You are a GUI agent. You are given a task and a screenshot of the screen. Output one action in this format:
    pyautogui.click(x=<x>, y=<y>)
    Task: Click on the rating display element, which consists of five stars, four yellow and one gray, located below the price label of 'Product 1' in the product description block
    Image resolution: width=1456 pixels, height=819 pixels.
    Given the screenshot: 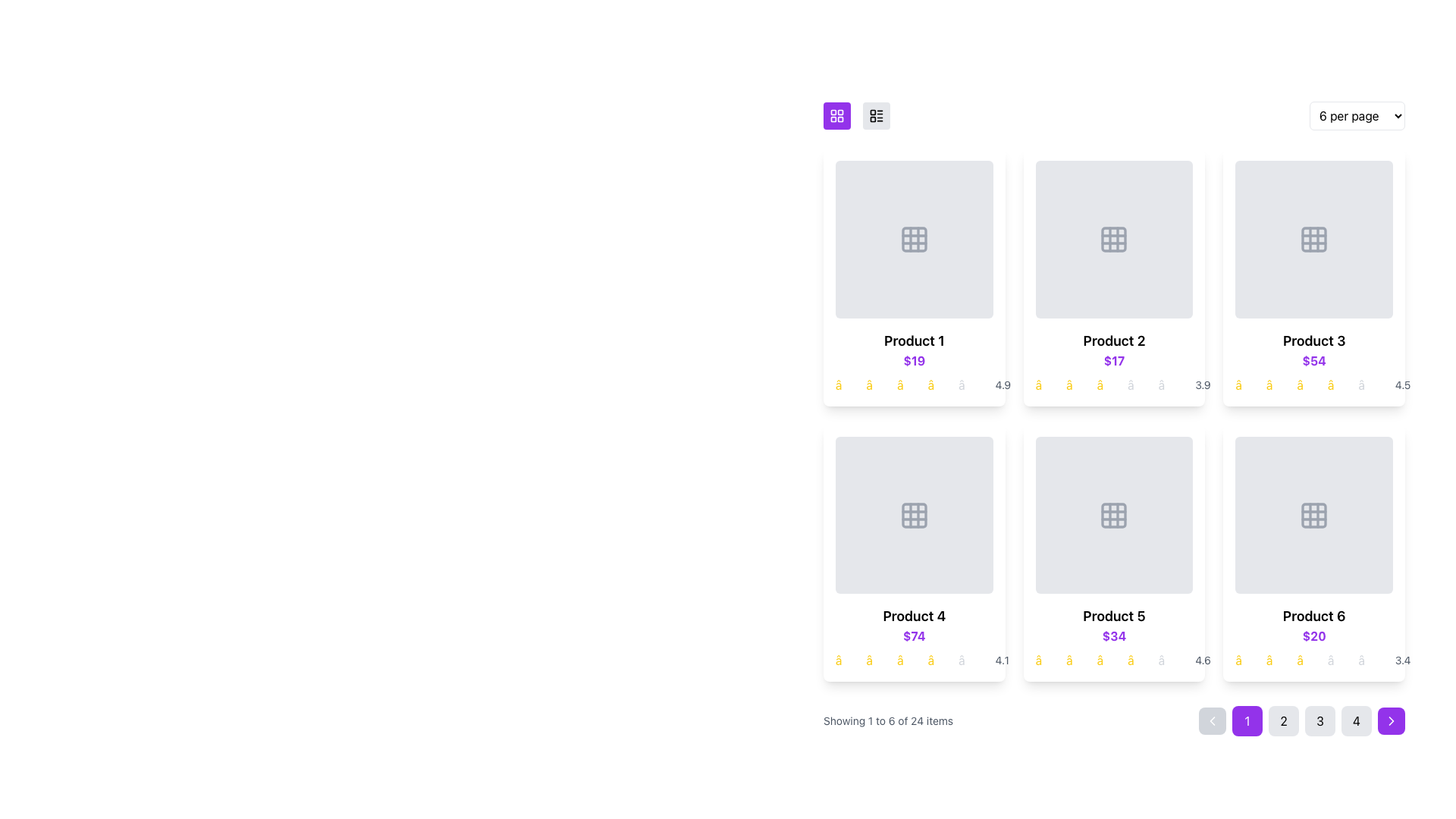 What is the action you would take?
    pyautogui.click(x=912, y=384)
    